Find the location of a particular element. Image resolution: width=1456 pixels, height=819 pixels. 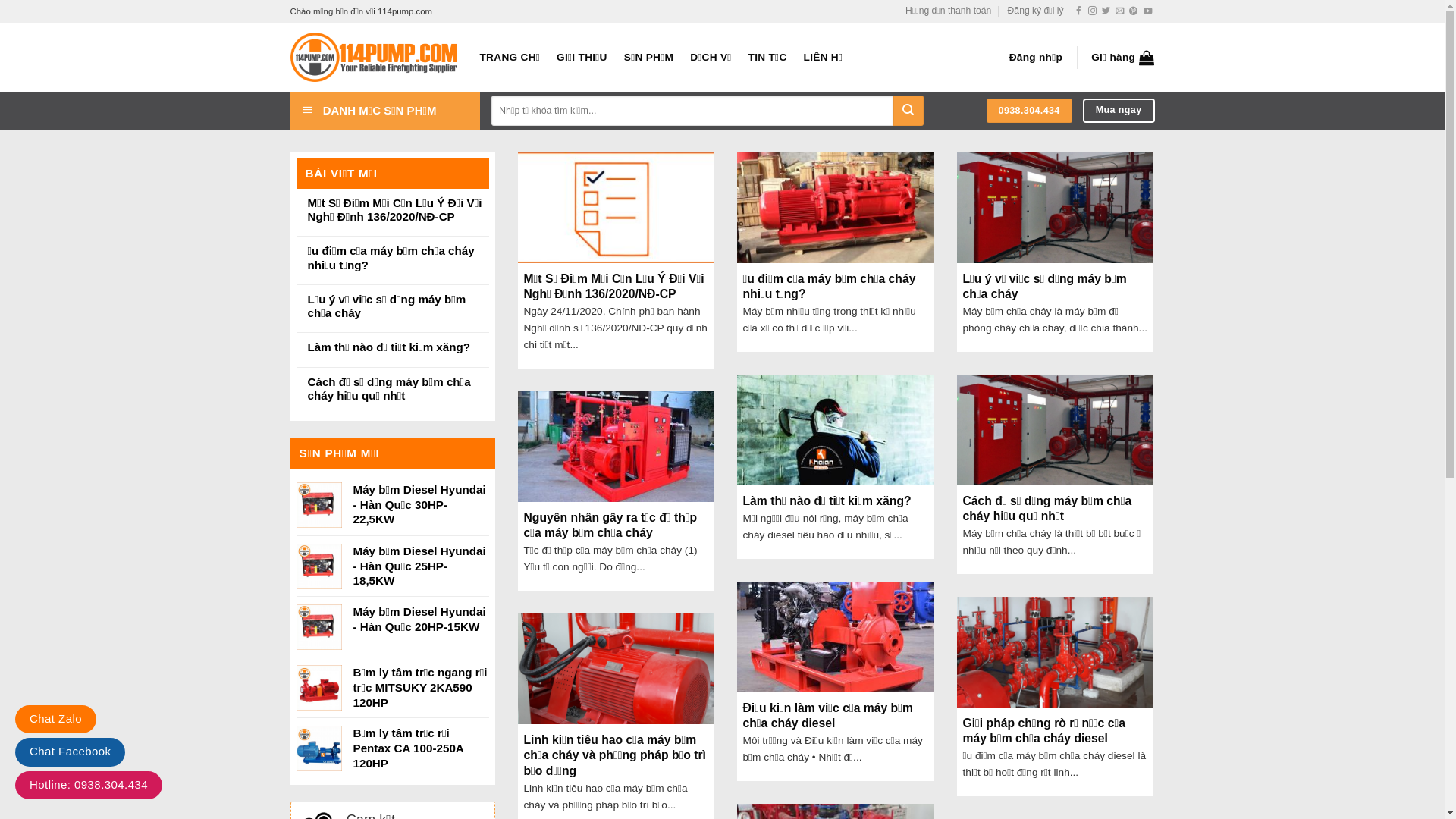

'Chat Facebook' is located at coordinates (69, 752).